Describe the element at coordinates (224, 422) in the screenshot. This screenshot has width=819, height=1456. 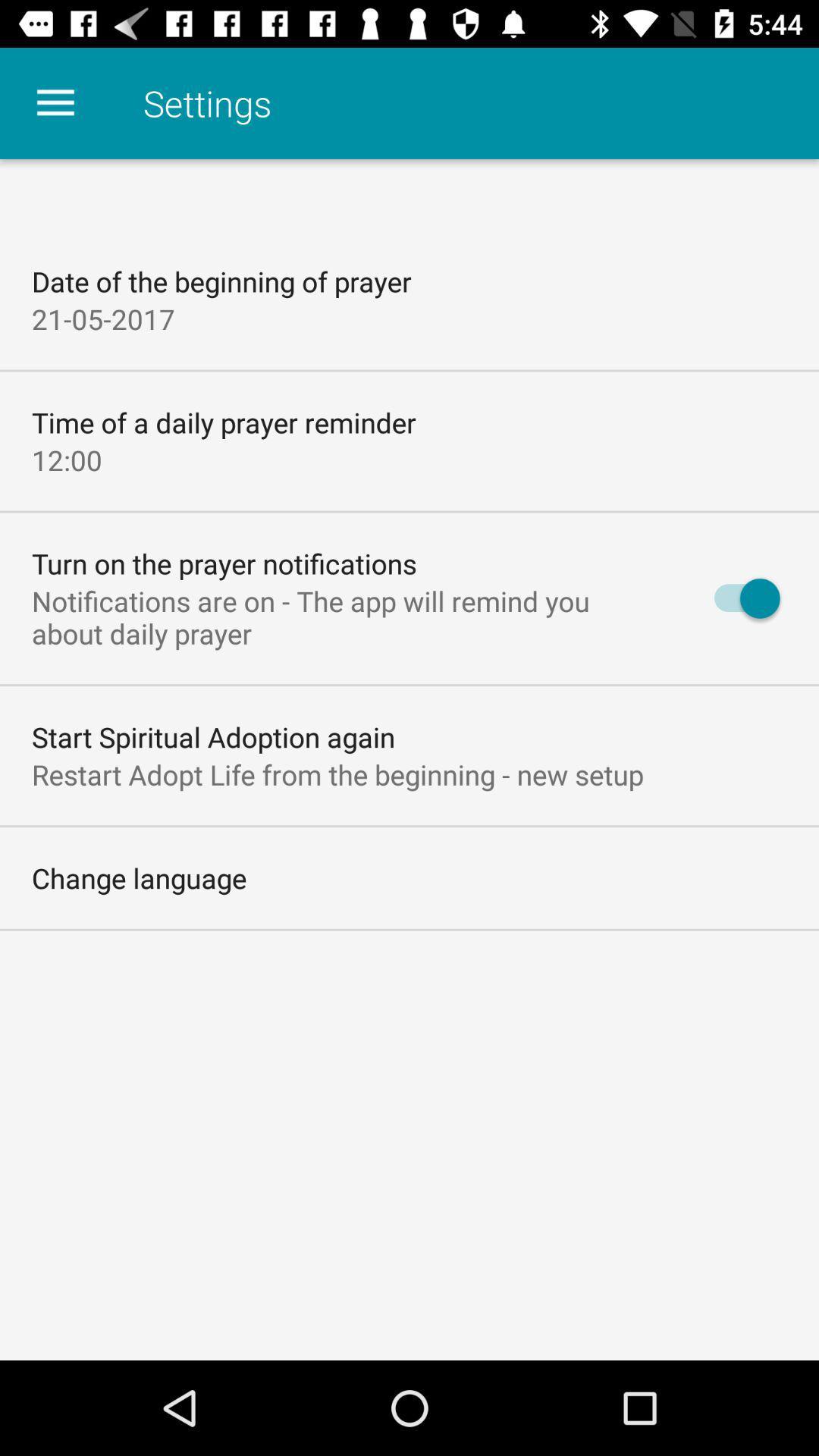
I see `the item below 21-05-2017` at that location.